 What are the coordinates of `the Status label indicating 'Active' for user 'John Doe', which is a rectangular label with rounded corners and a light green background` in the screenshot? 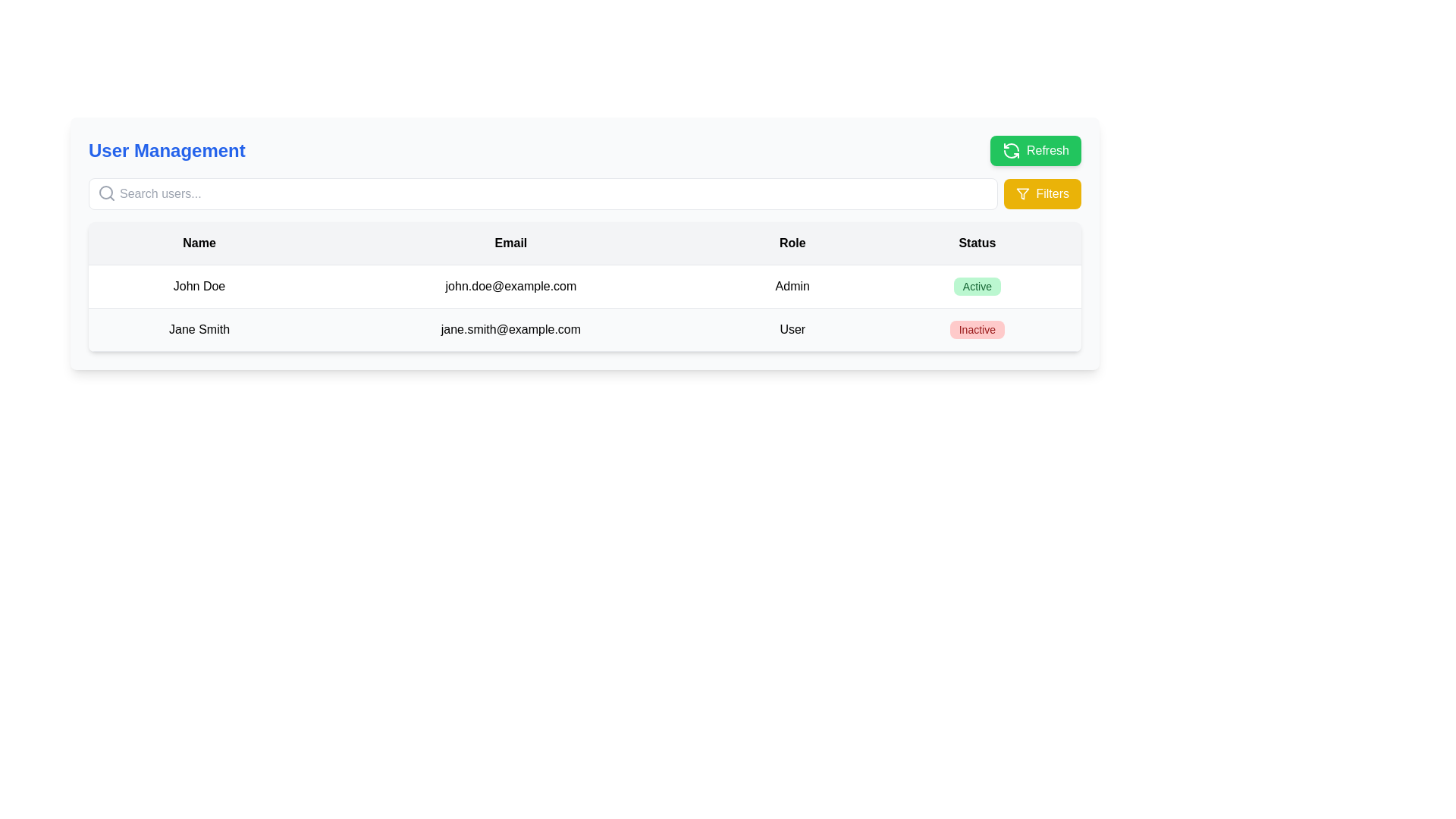 It's located at (977, 287).